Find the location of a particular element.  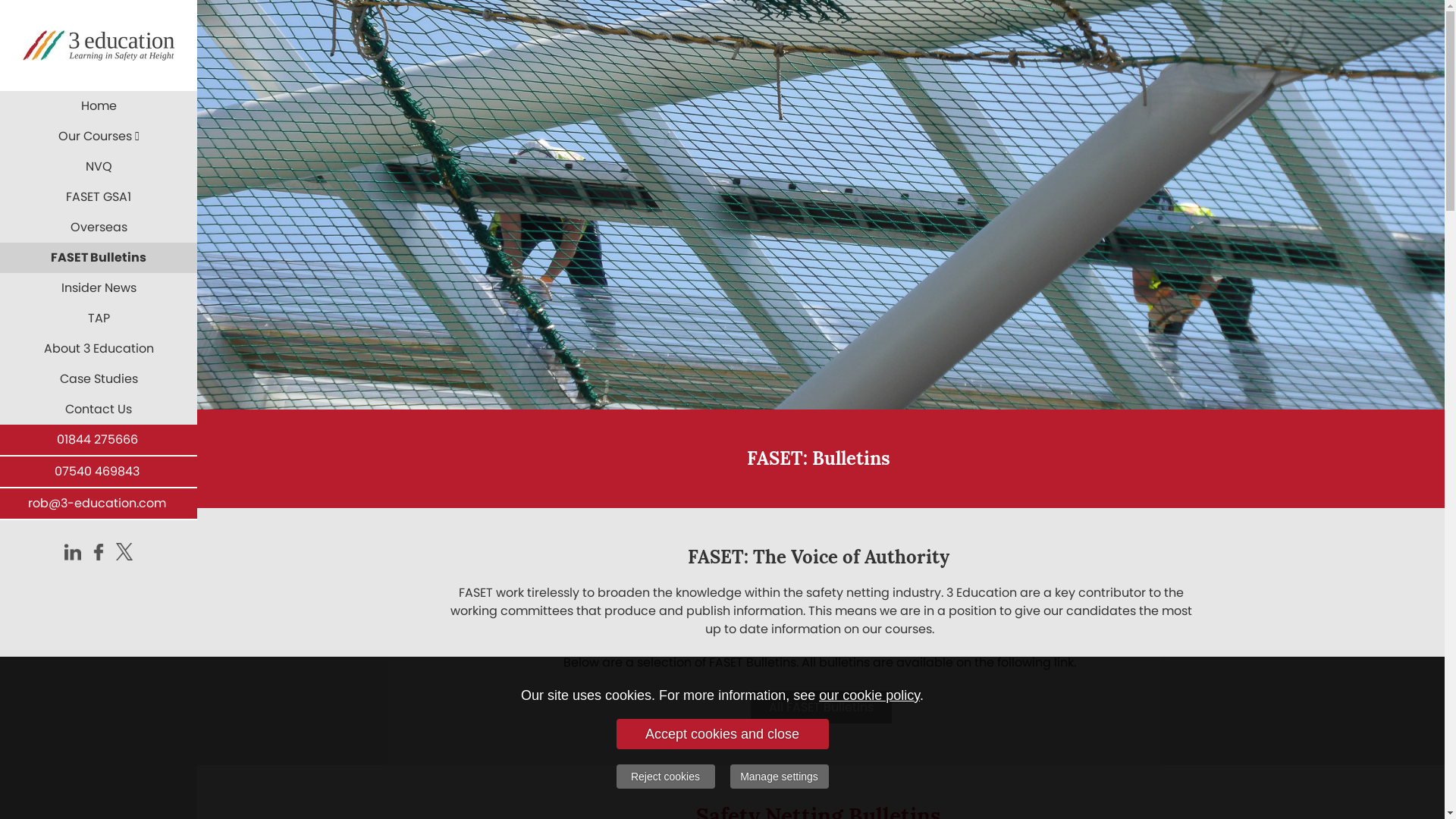

'Case Studies' is located at coordinates (97, 378).